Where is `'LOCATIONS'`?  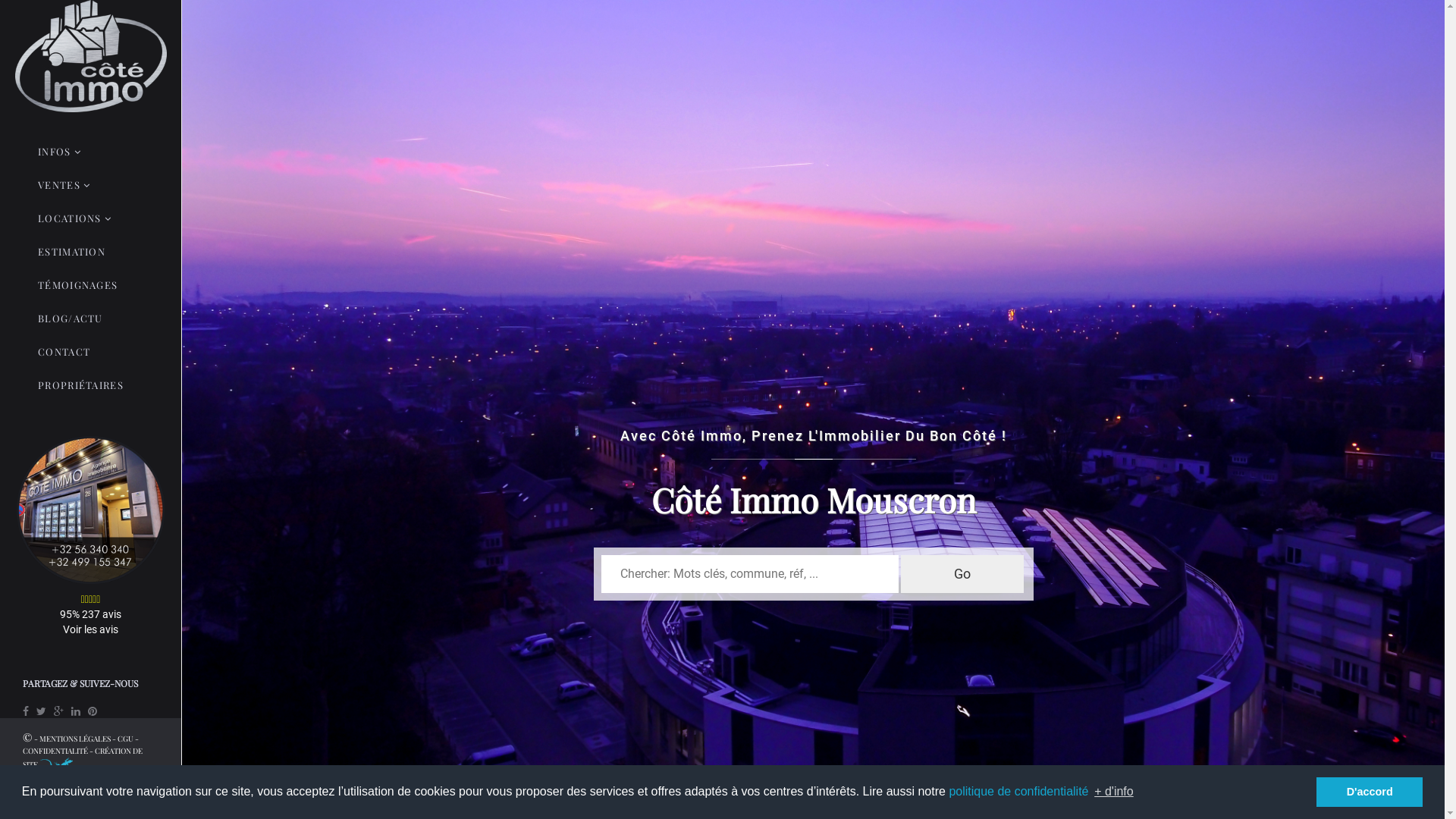 'LOCATIONS' is located at coordinates (74, 218).